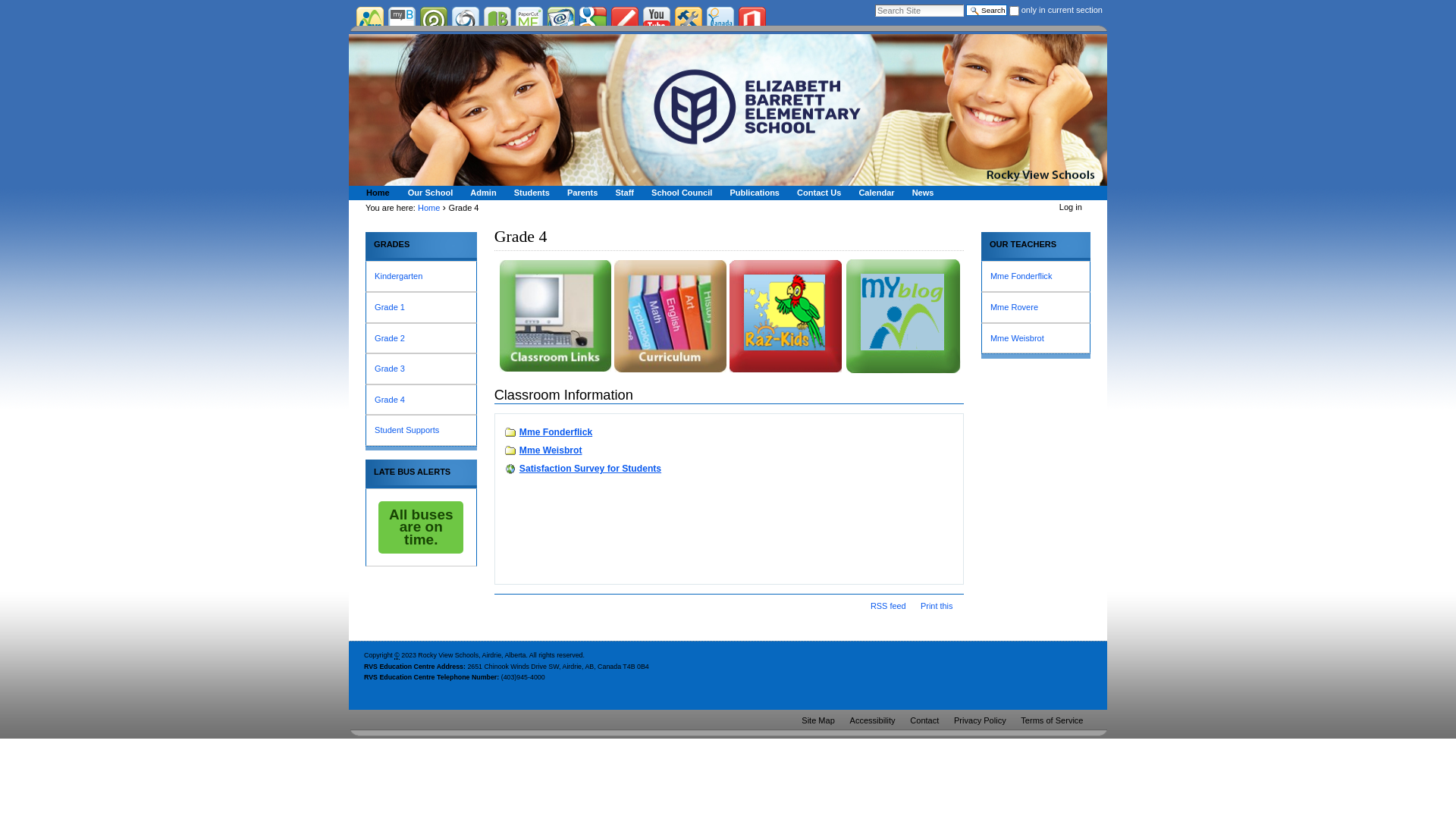  What do you see at coordinates (687, 20) in the screenshot?
I see `'Tech Support'` at bounding box center [687, 20].